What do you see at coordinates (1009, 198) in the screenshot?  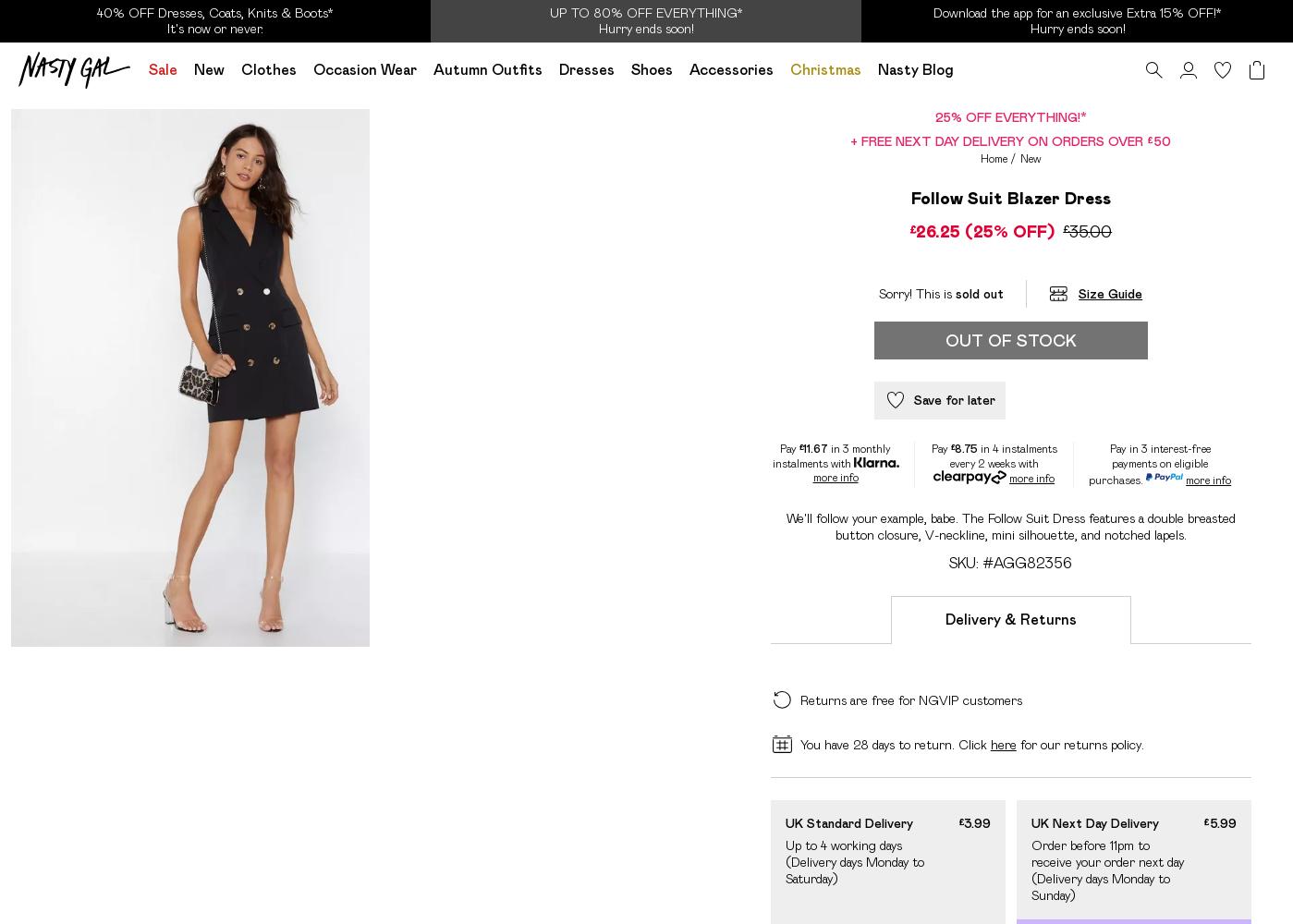 I see `'Follow Suit Blazer Dress'` at bounding box center [1009, 198].